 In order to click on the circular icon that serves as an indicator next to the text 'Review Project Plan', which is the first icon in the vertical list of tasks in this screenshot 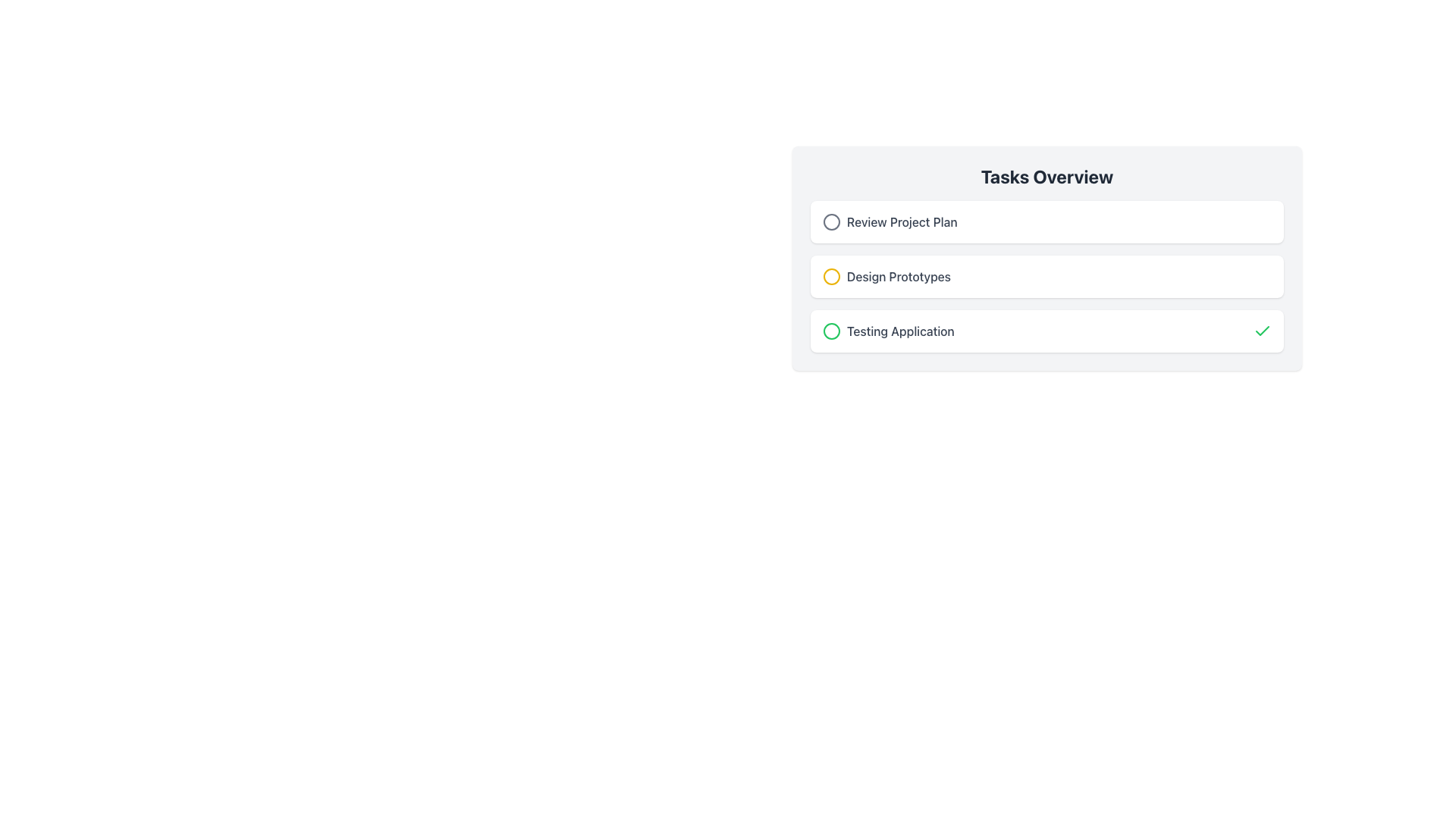, I will do `click(831, 222)`.